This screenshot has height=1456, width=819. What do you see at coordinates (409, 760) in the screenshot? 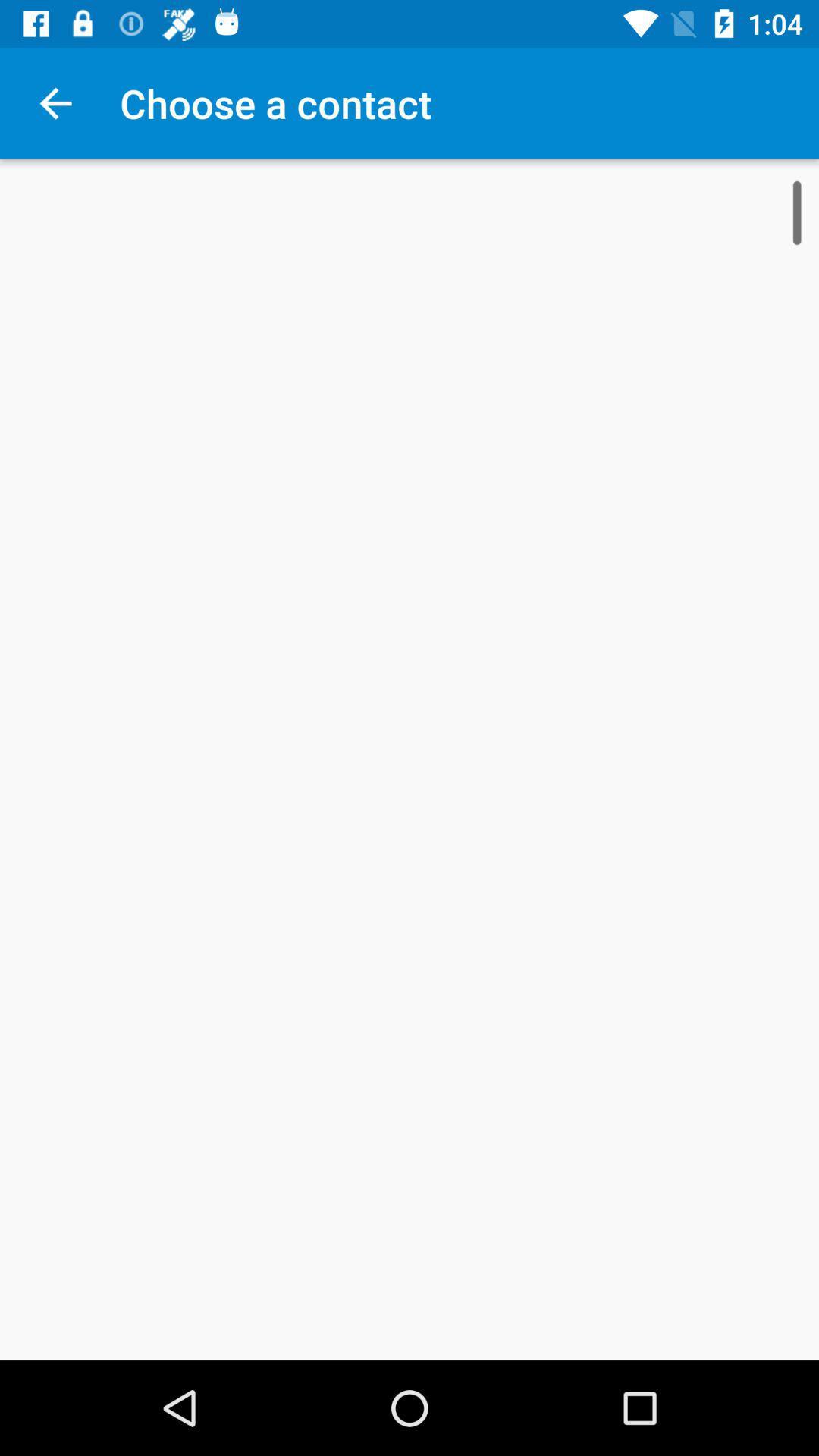
I see `the icon at the center` at bounding box center [409, 760].